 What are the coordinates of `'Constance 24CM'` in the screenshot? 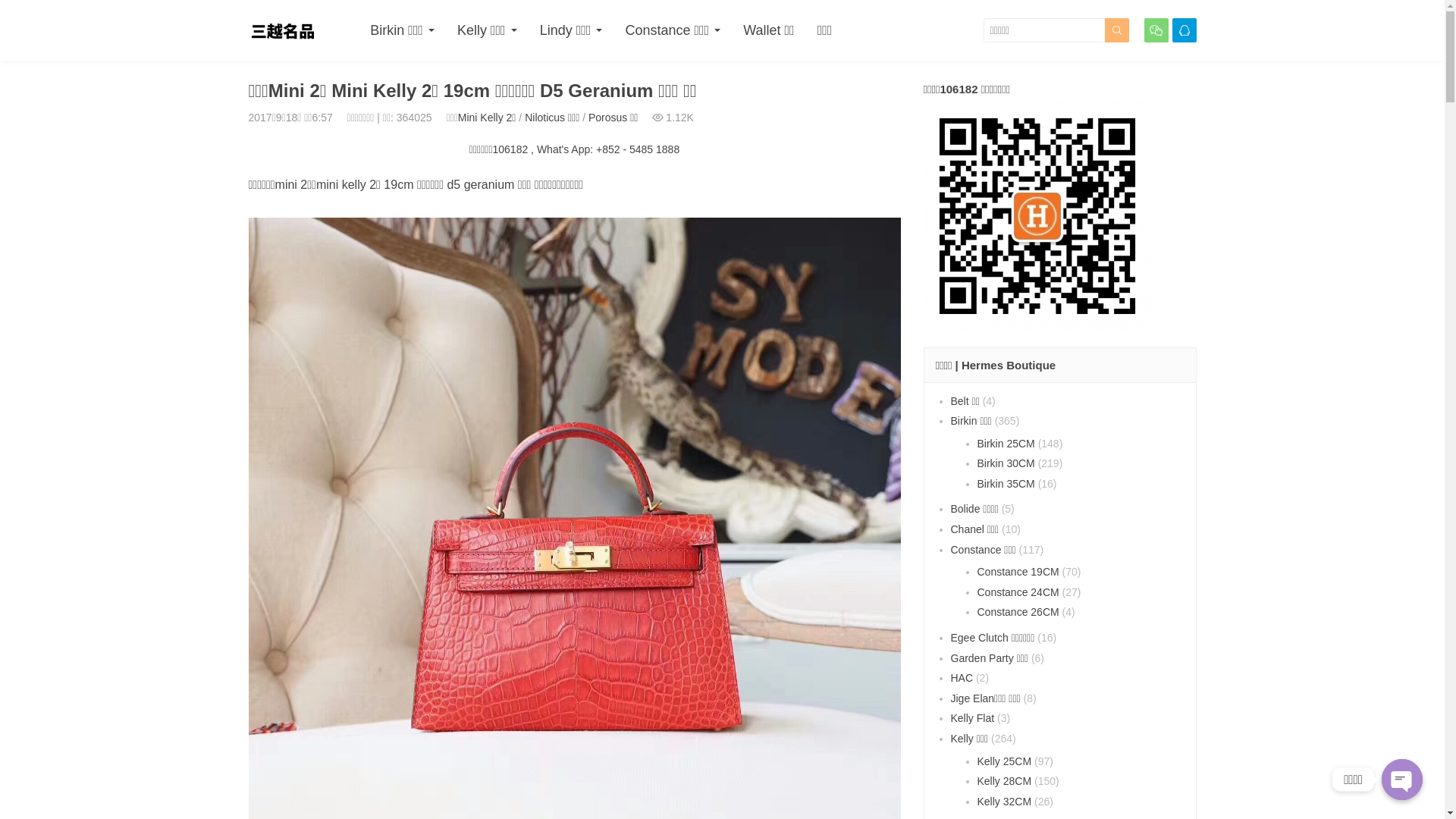 It's located at (1018, 591).